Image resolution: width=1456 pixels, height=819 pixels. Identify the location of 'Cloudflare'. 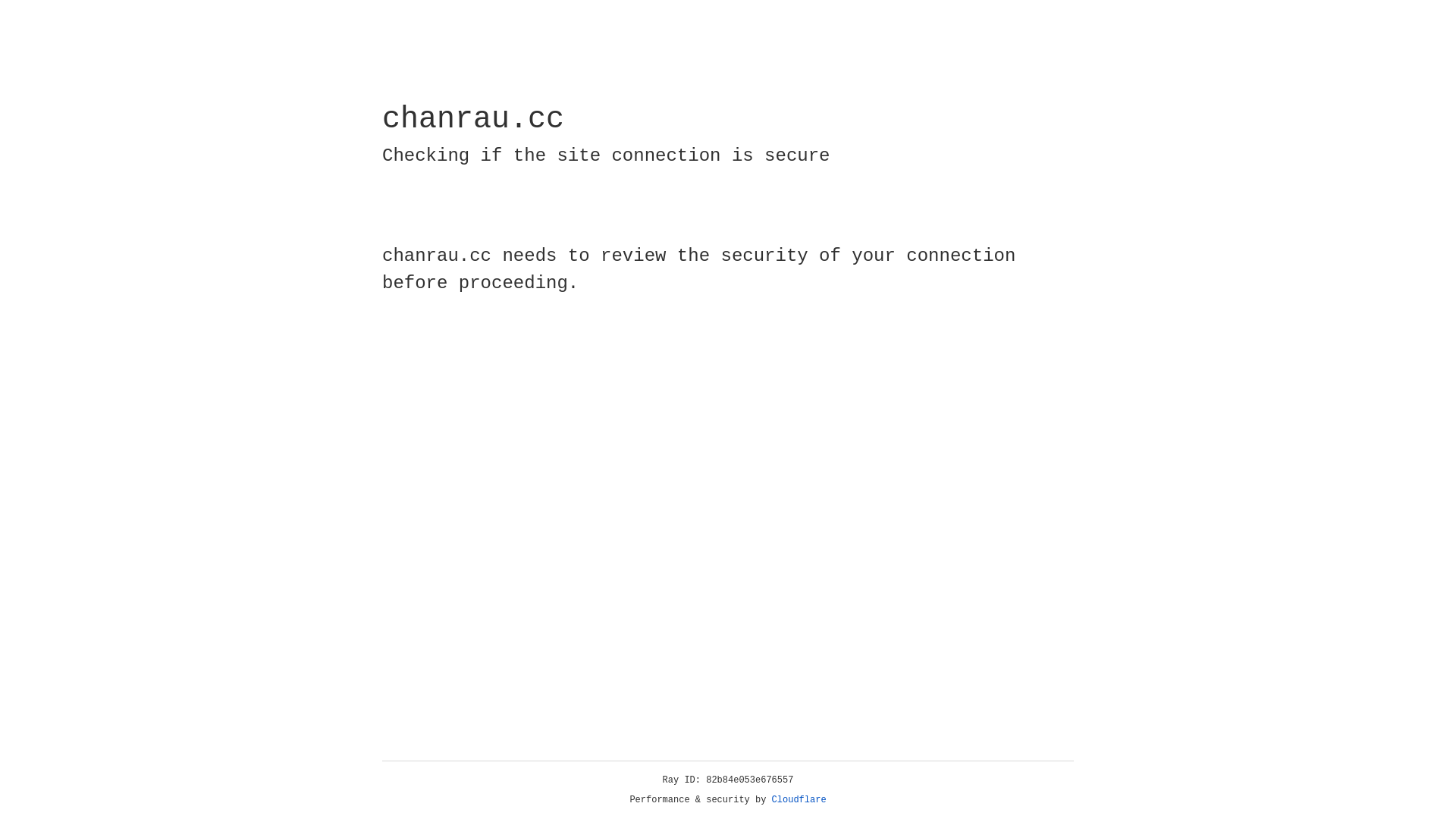
(771, 799).